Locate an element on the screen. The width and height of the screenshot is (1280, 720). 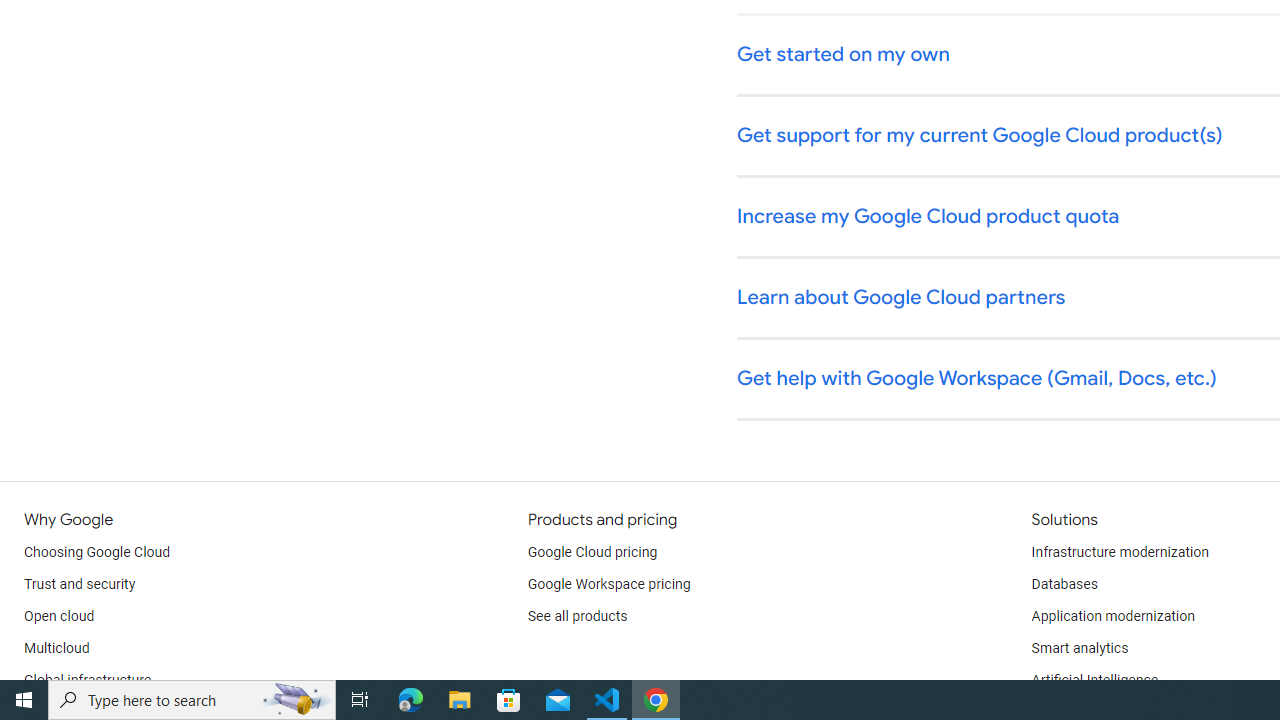
'Smart analytics' is located at coordinates (1078, 649).